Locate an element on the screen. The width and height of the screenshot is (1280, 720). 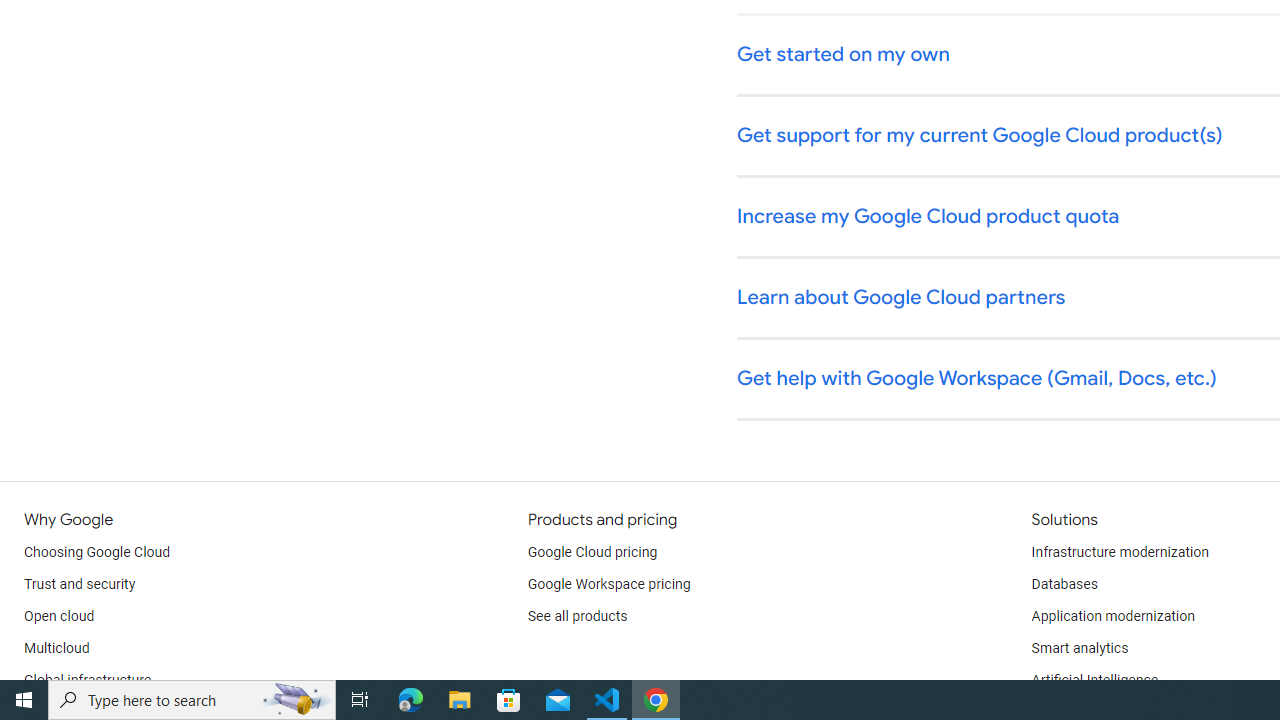
'Smart analytics' is located at coordinates (1078, 649).